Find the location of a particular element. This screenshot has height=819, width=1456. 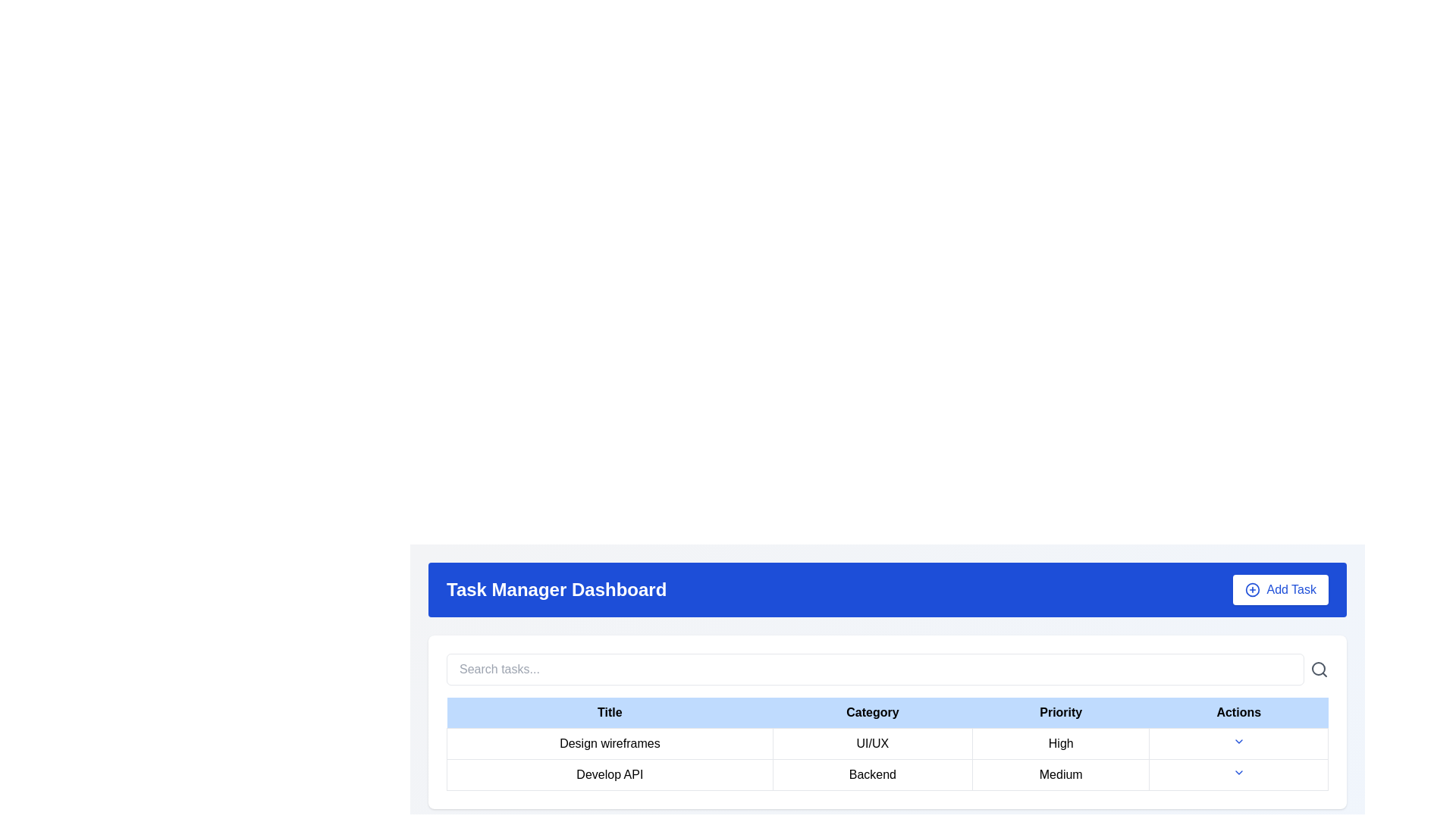

the 'Category' column header, which is the second item in a horizontal list of four column headers: 'Title', 'Category', 'Priority', and 'Actions' is located at coordinates (872, 713).